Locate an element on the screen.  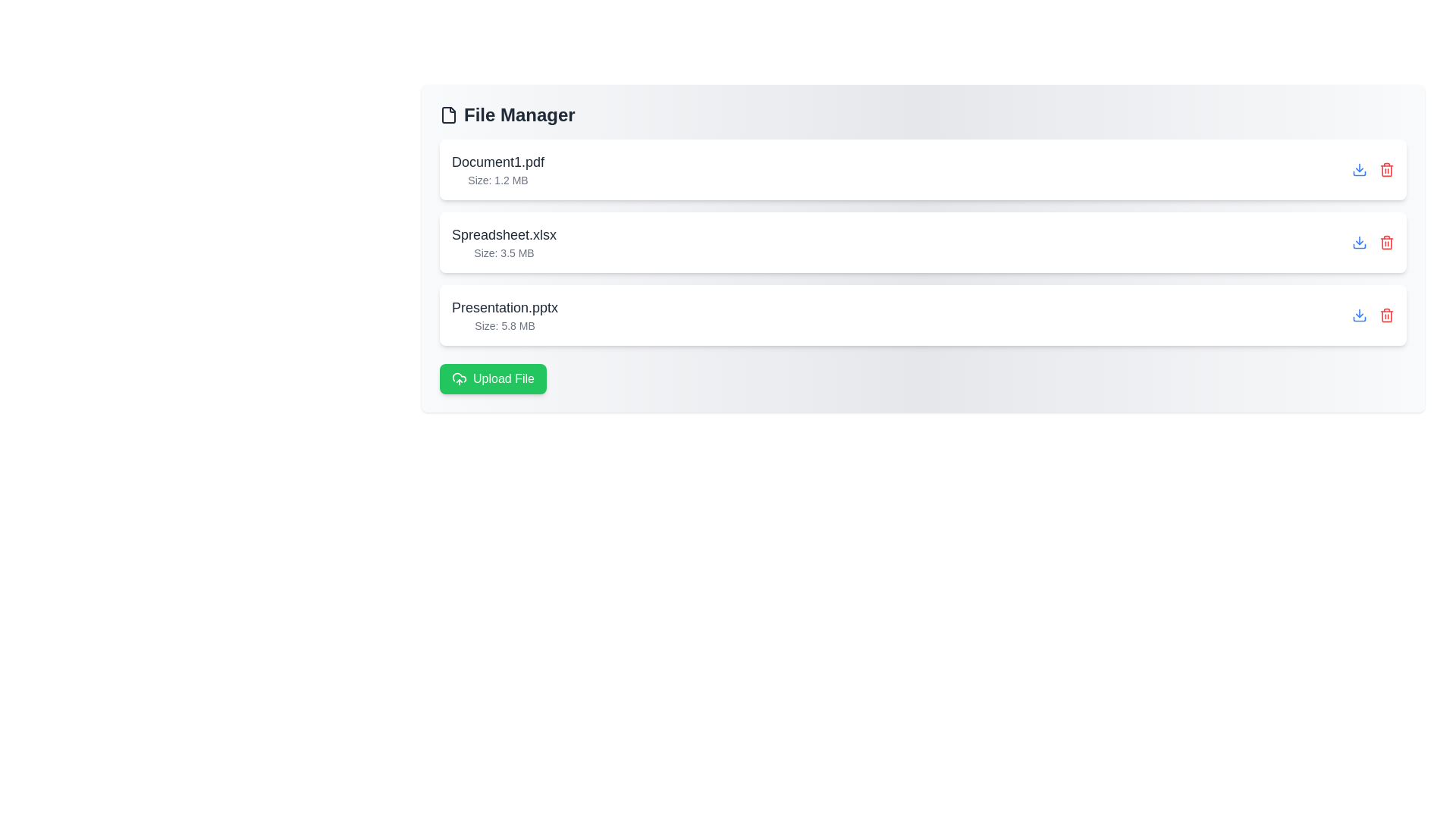
the file name Document1.pdf to select it is located at coordinates (498, 162).